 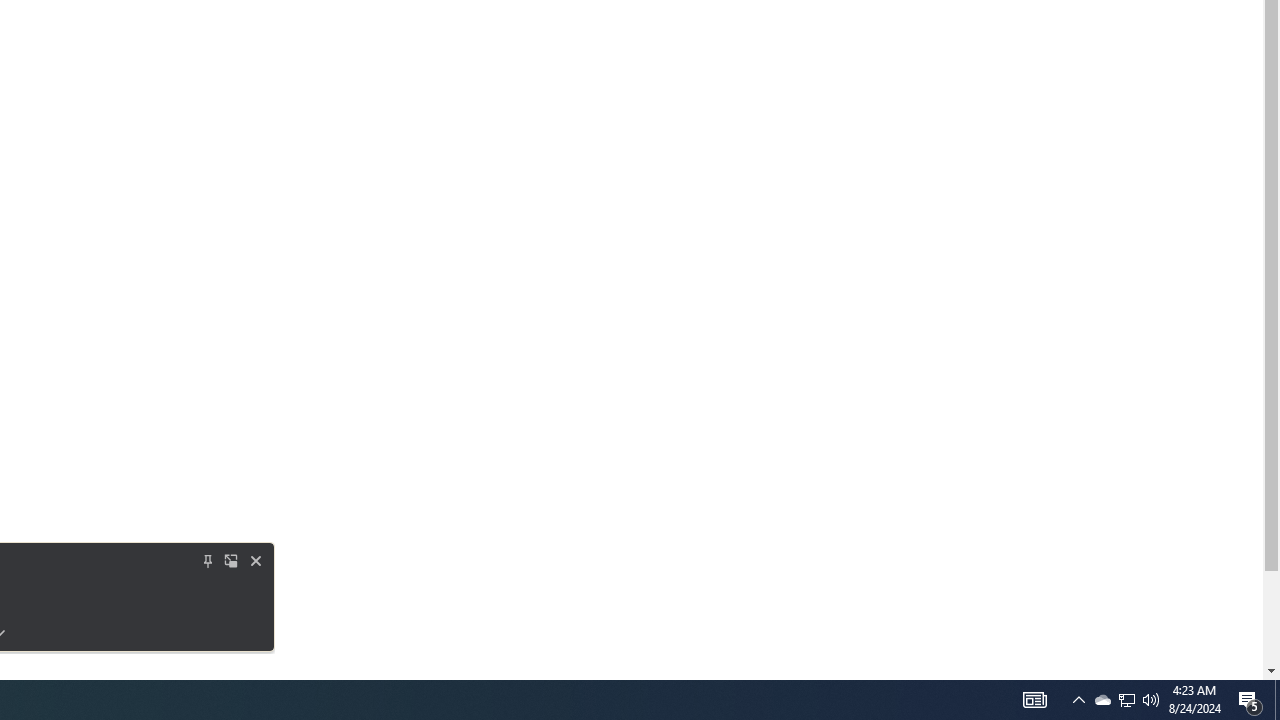 What do you see at coordinates (1127, 698) in the screenshot?
I see `'User Promoted Notification Area'` at bounding box center [1127, 698].